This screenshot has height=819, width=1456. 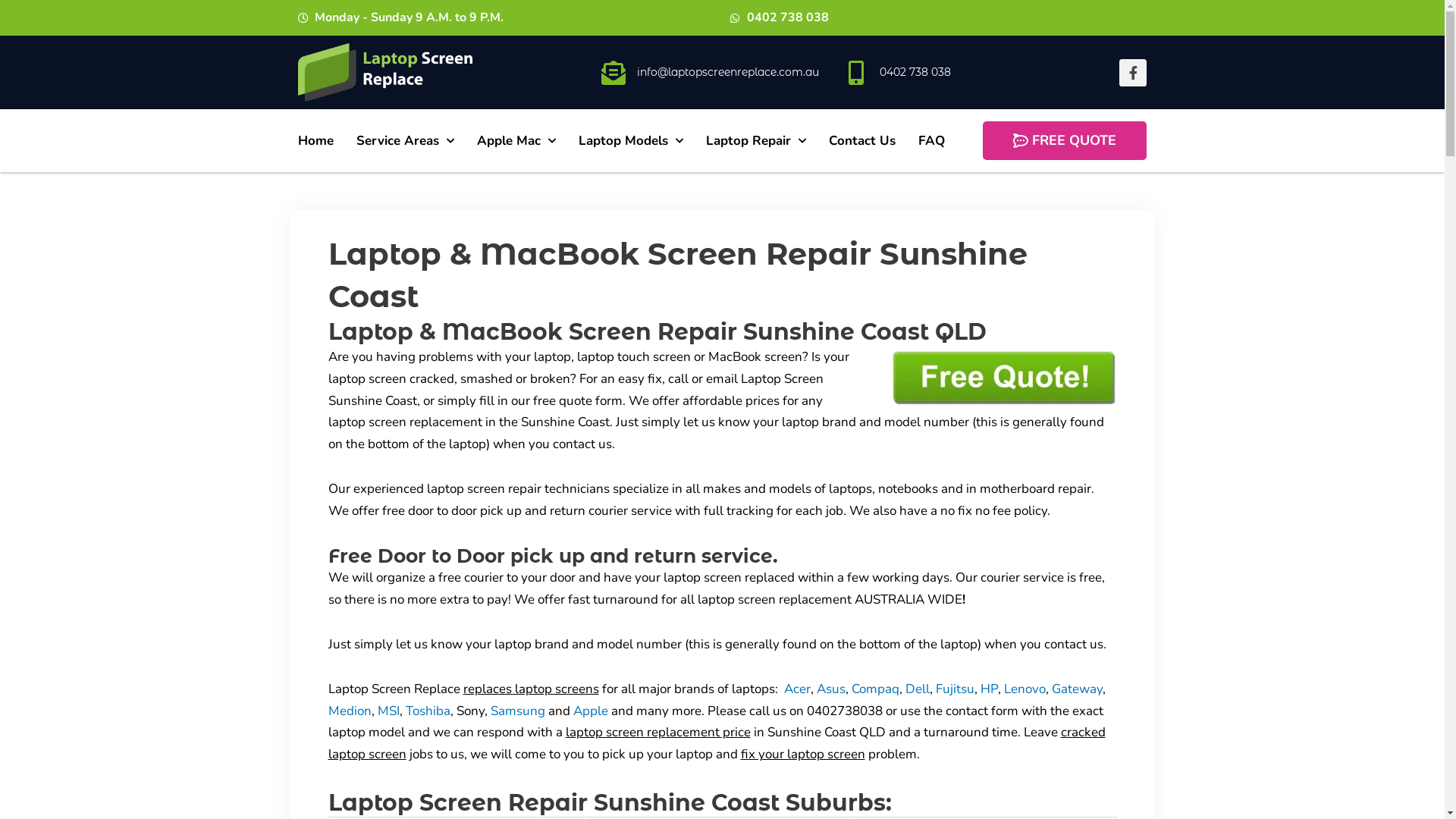 What do you see at coordinates (930, 140) in the screenshot?
I see `'FAQ'` at bounding box center [930, 140].